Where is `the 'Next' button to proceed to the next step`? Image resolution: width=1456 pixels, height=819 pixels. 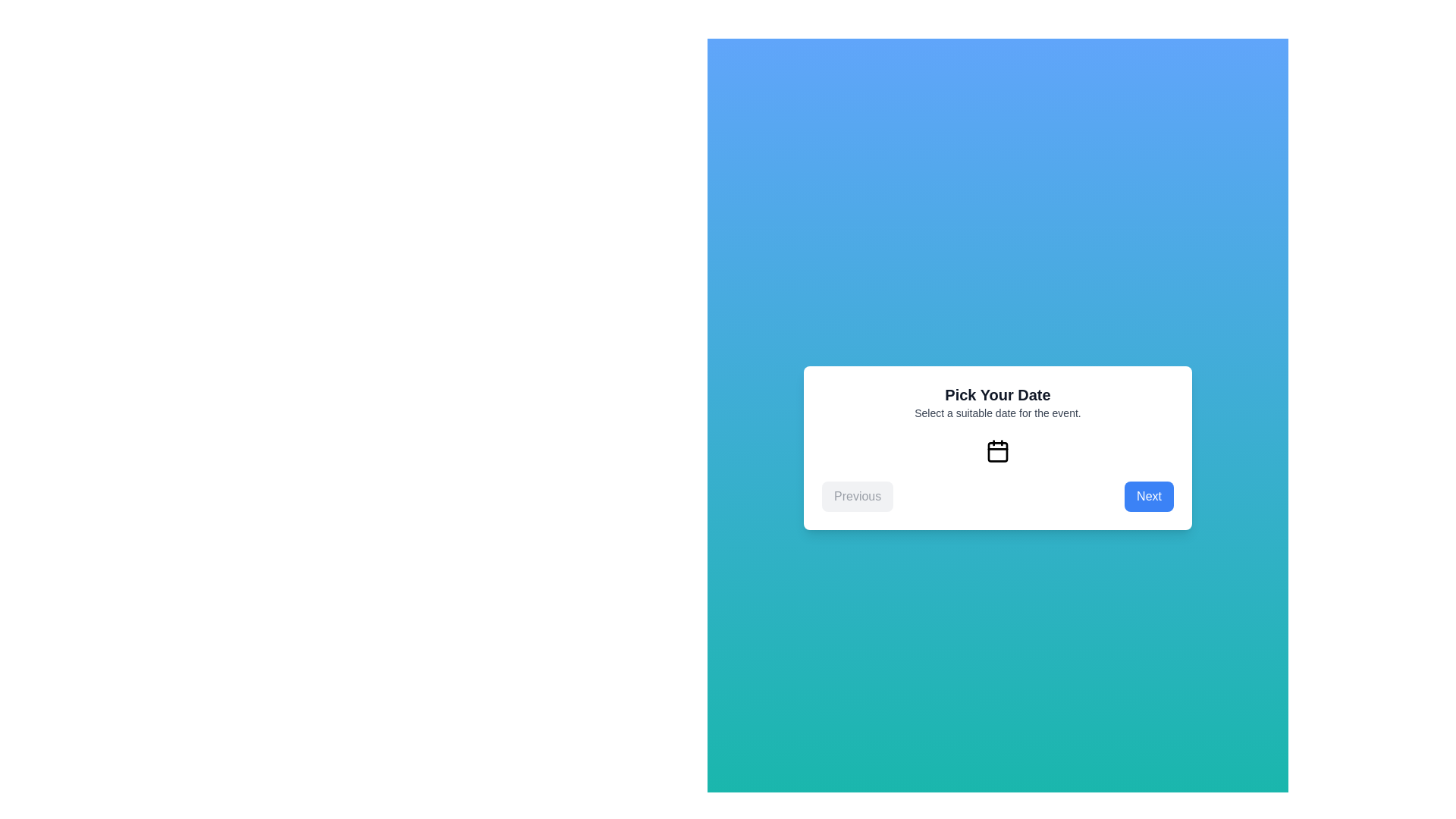
the 'Next' button to proceed to the next step is located at coordinates (1149, 497).